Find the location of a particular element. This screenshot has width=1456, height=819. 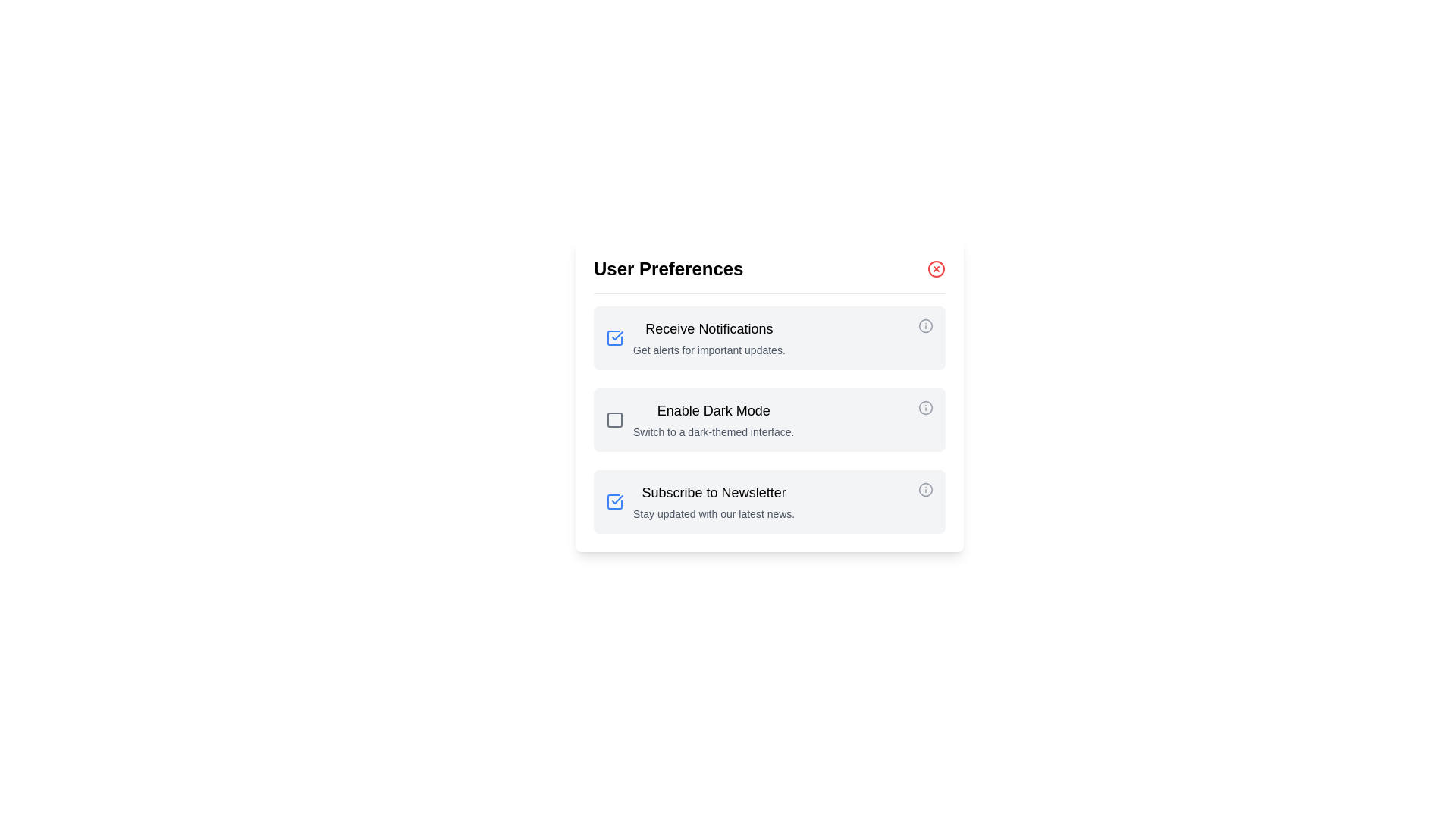

the text label that says 'Enable Dark Mode', which is styled in a larger bold font and positioned above a checkbox is located at coordinates (713, 411).